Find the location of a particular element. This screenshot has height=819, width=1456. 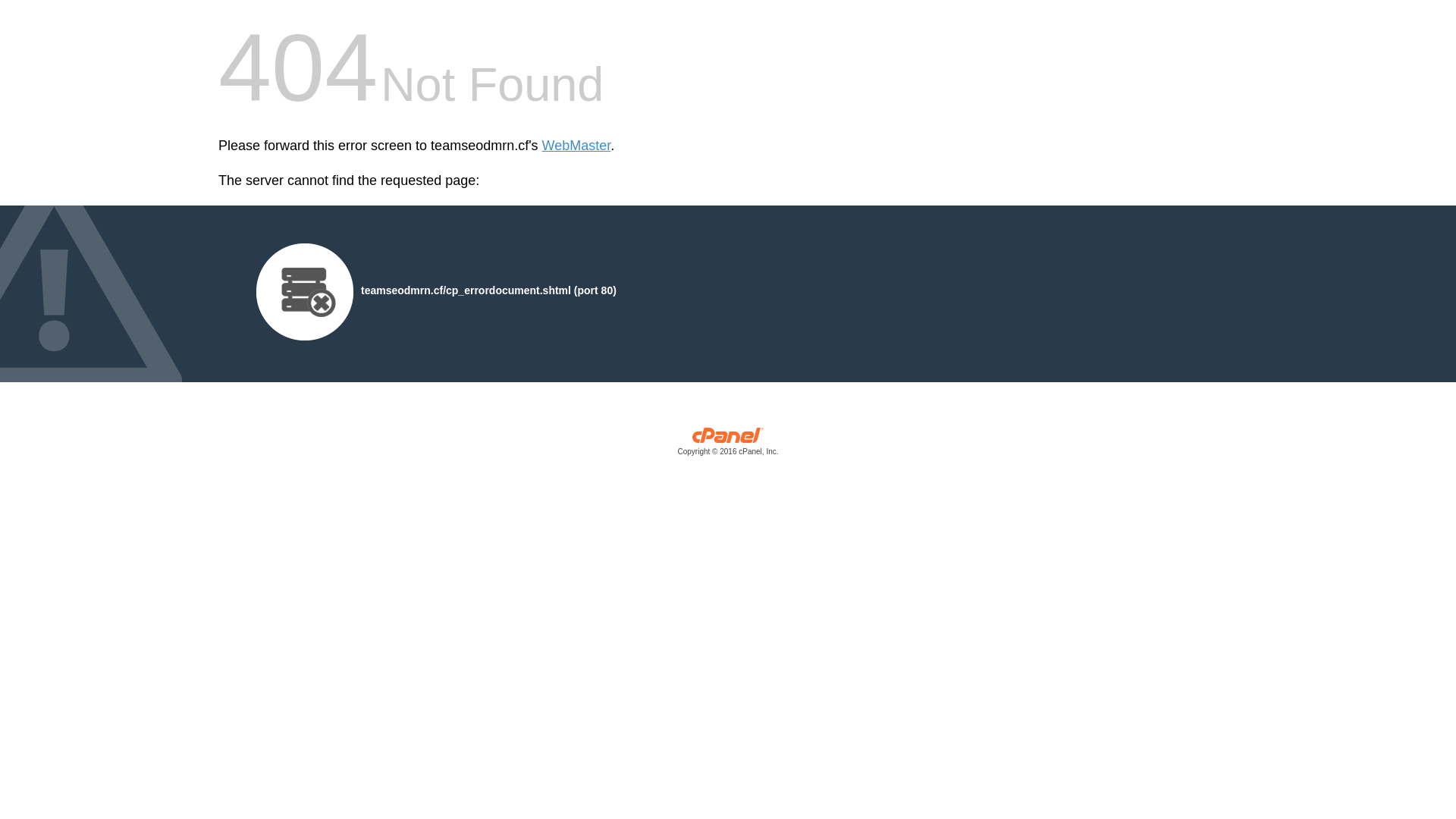

'WebMaster' is located at coordinates (576, 146).